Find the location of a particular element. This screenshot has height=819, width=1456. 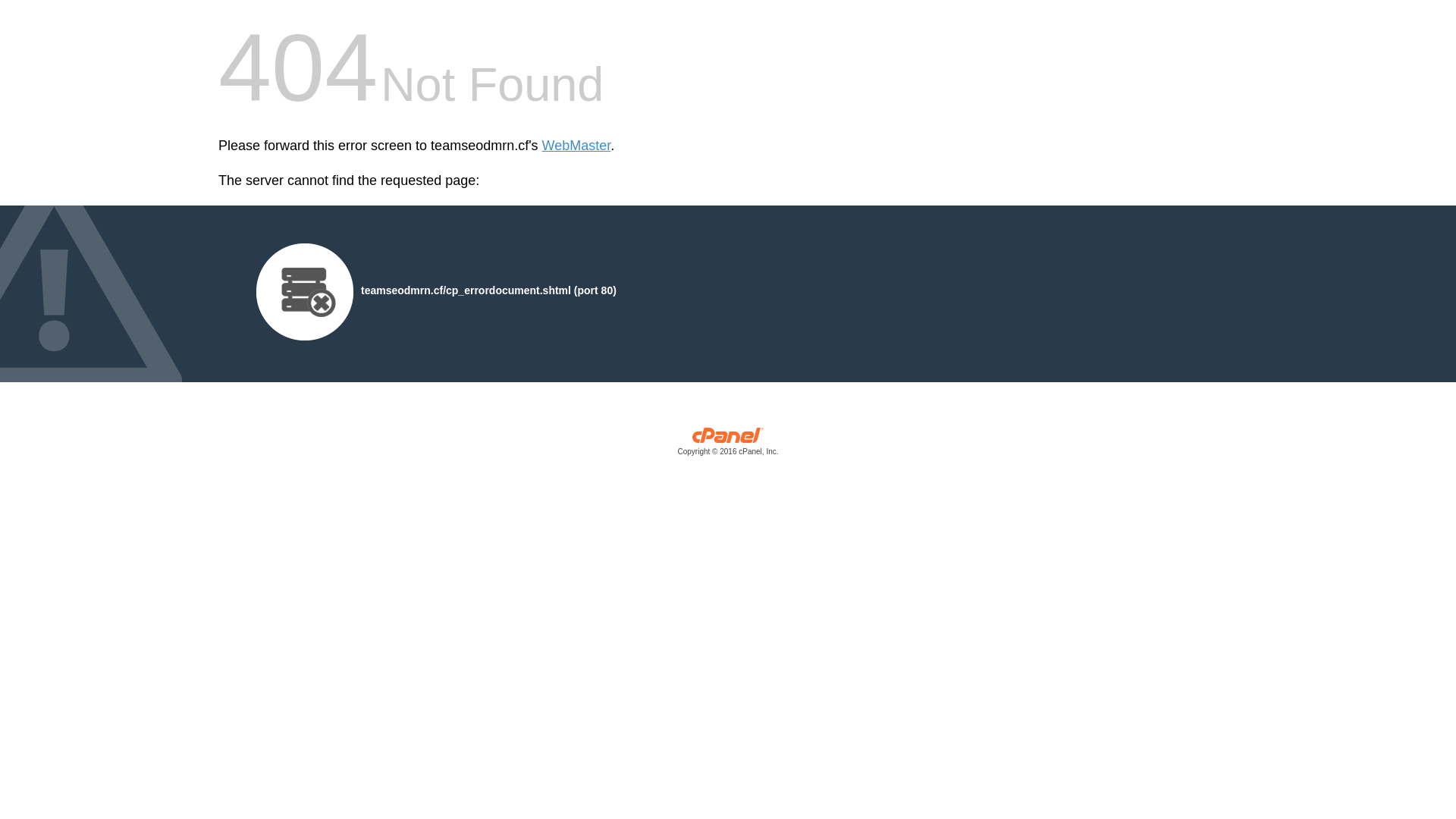

'WebMaster' is located at coordinates (576, 146).